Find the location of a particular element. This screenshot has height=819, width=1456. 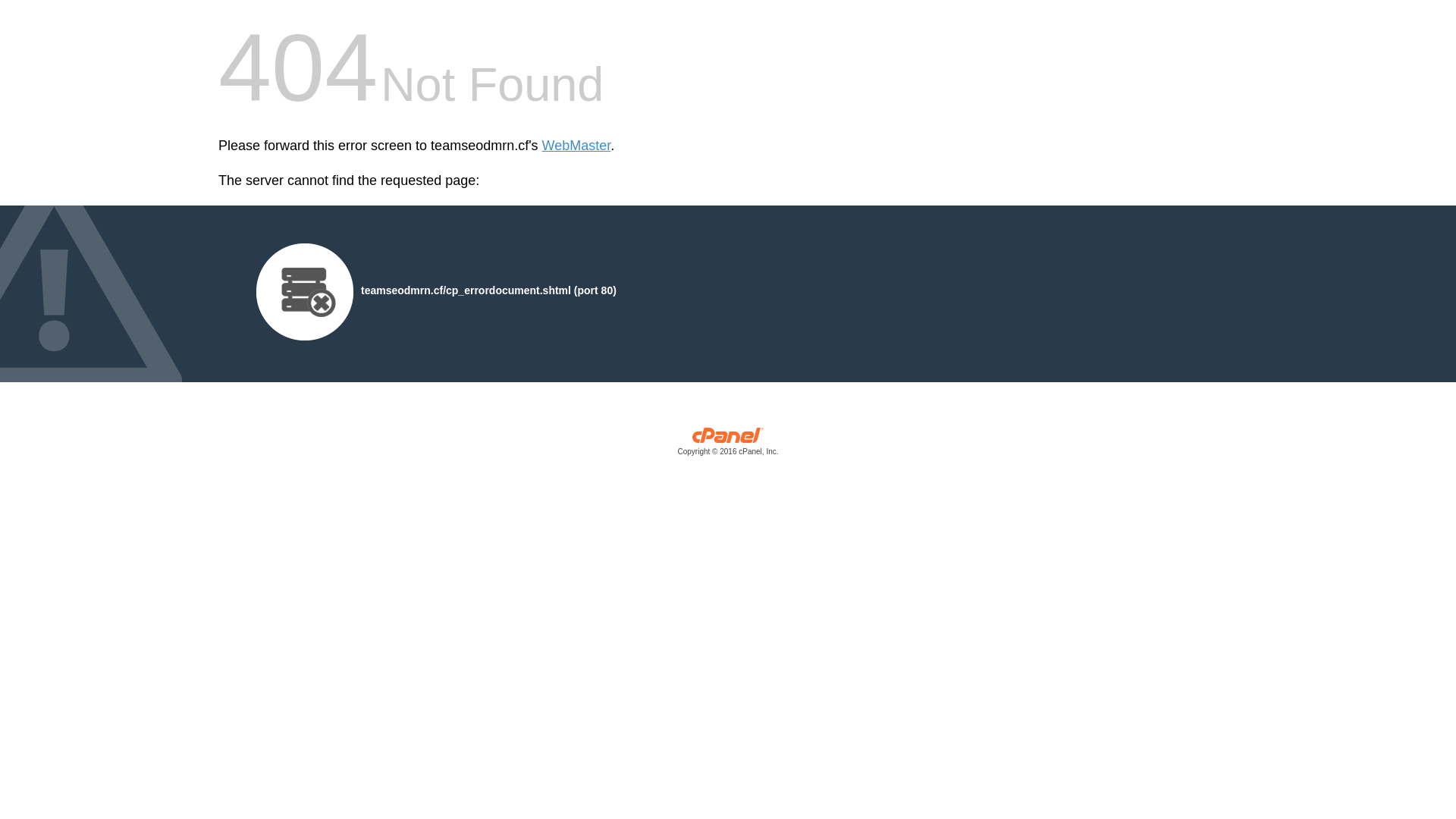

'WebMaster' is located at coordinates (576, 146).